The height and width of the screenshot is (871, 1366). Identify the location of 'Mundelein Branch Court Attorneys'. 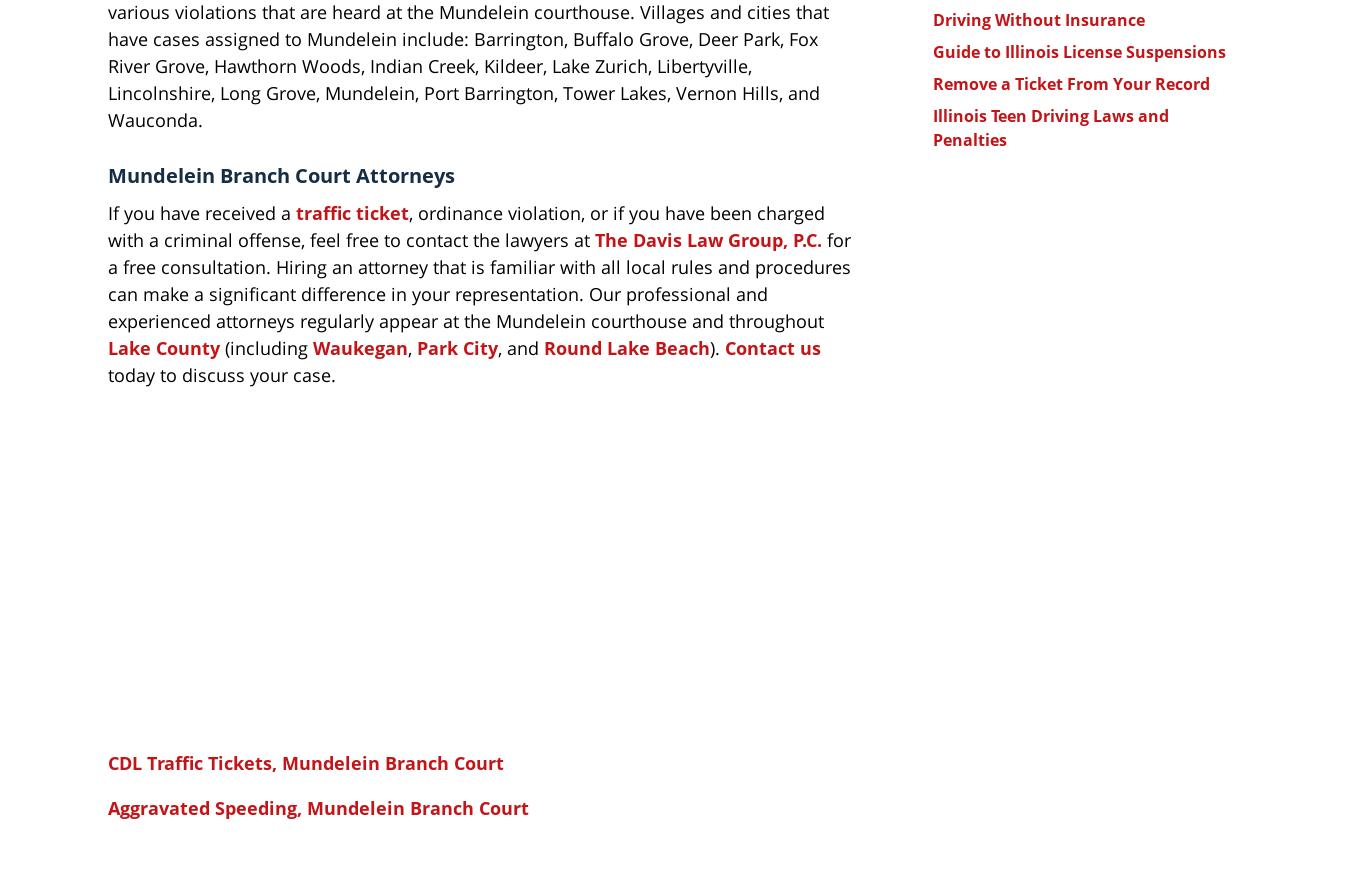
(108, 174).